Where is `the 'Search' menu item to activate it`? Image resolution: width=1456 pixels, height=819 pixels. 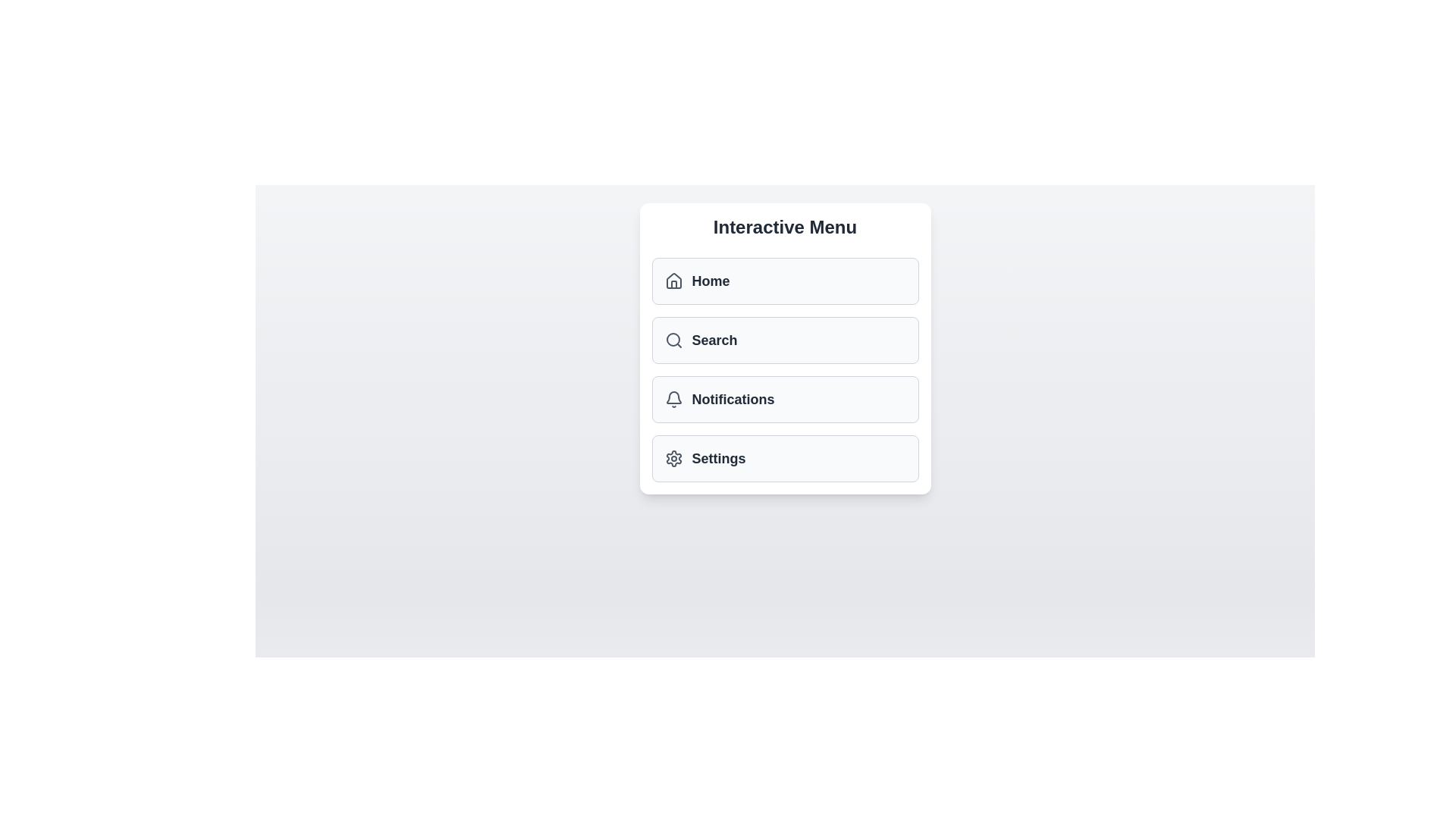 the 'Search' menu item to activate it is located at coordinates (785, 339).